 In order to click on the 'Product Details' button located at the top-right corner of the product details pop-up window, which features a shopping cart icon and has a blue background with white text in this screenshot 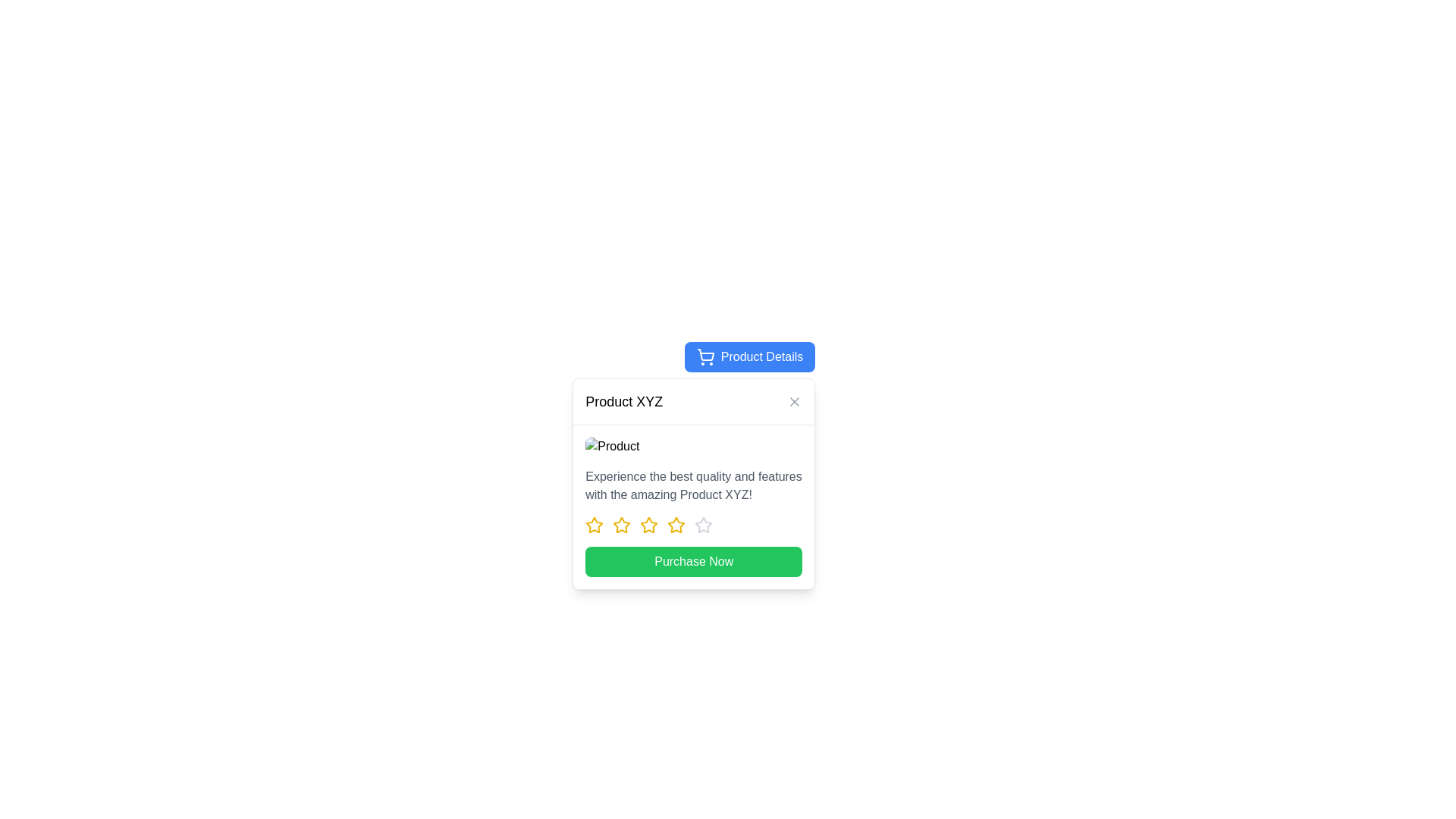, I will do `click(749, 356)`.